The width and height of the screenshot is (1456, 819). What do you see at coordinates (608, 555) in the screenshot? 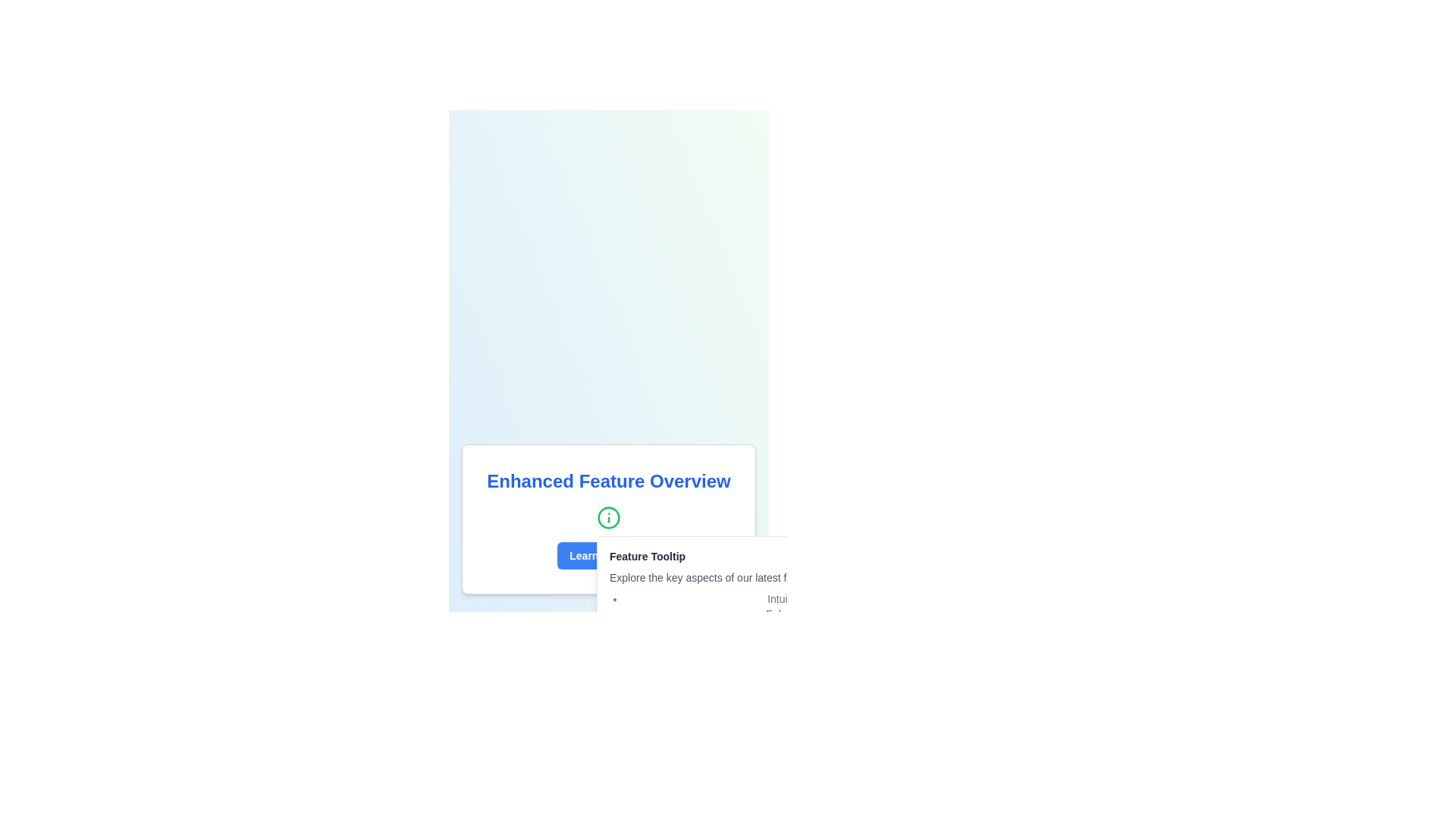
I see `button located at the lower left corner of the 'Enhanced Feature Overview' card, which is designed to provide additional information or navigate to a detailed page about the feature` at bounding box center [608, 555].